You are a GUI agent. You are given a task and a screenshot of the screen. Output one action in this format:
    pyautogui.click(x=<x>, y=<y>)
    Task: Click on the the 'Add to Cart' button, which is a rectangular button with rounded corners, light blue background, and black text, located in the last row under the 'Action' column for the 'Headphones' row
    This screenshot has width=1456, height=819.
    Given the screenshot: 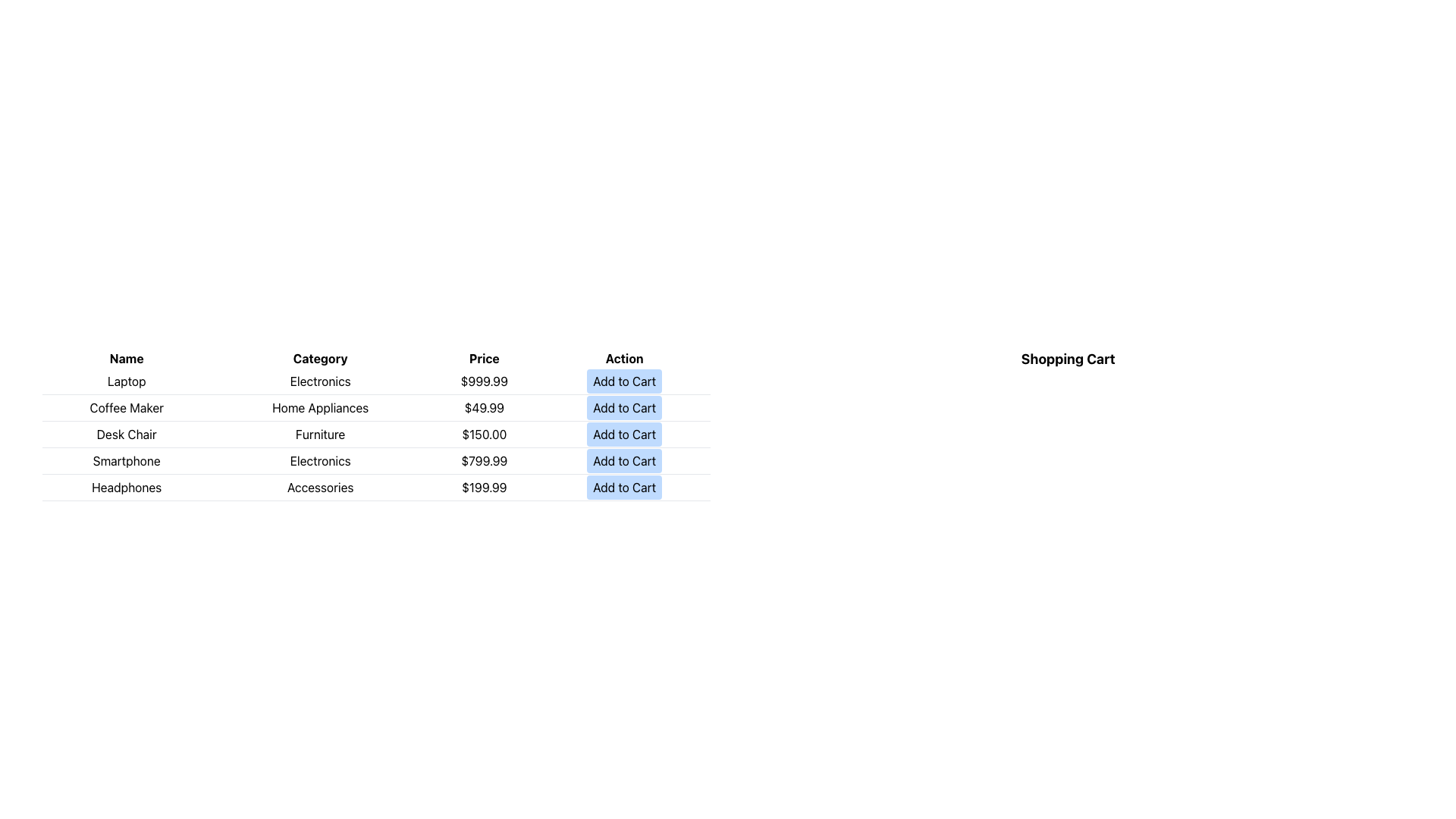 What is the action you would take?
    pyautogui.click(x=624, y=488)
    